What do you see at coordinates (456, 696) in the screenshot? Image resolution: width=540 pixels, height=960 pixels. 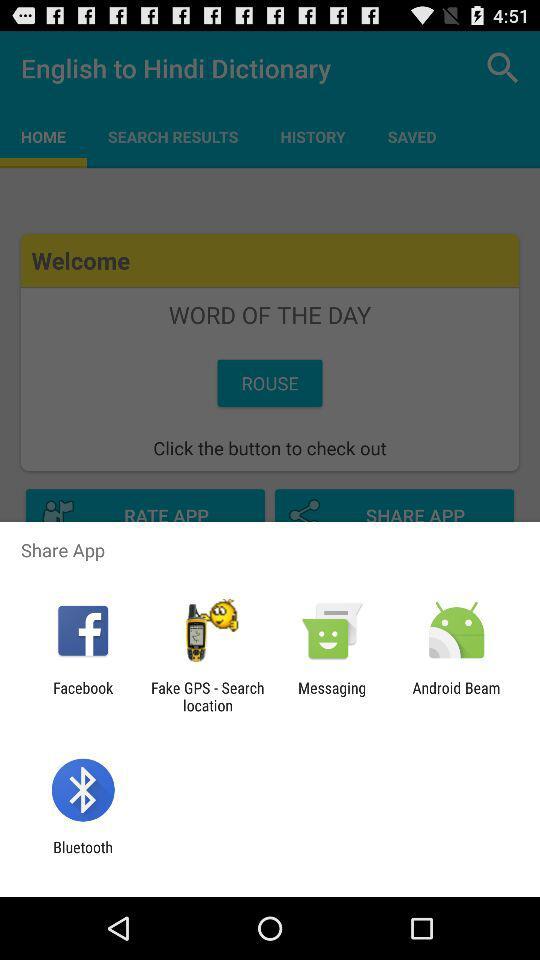 I see `the app at the bottom right corner` at bounding box center [456, 696].